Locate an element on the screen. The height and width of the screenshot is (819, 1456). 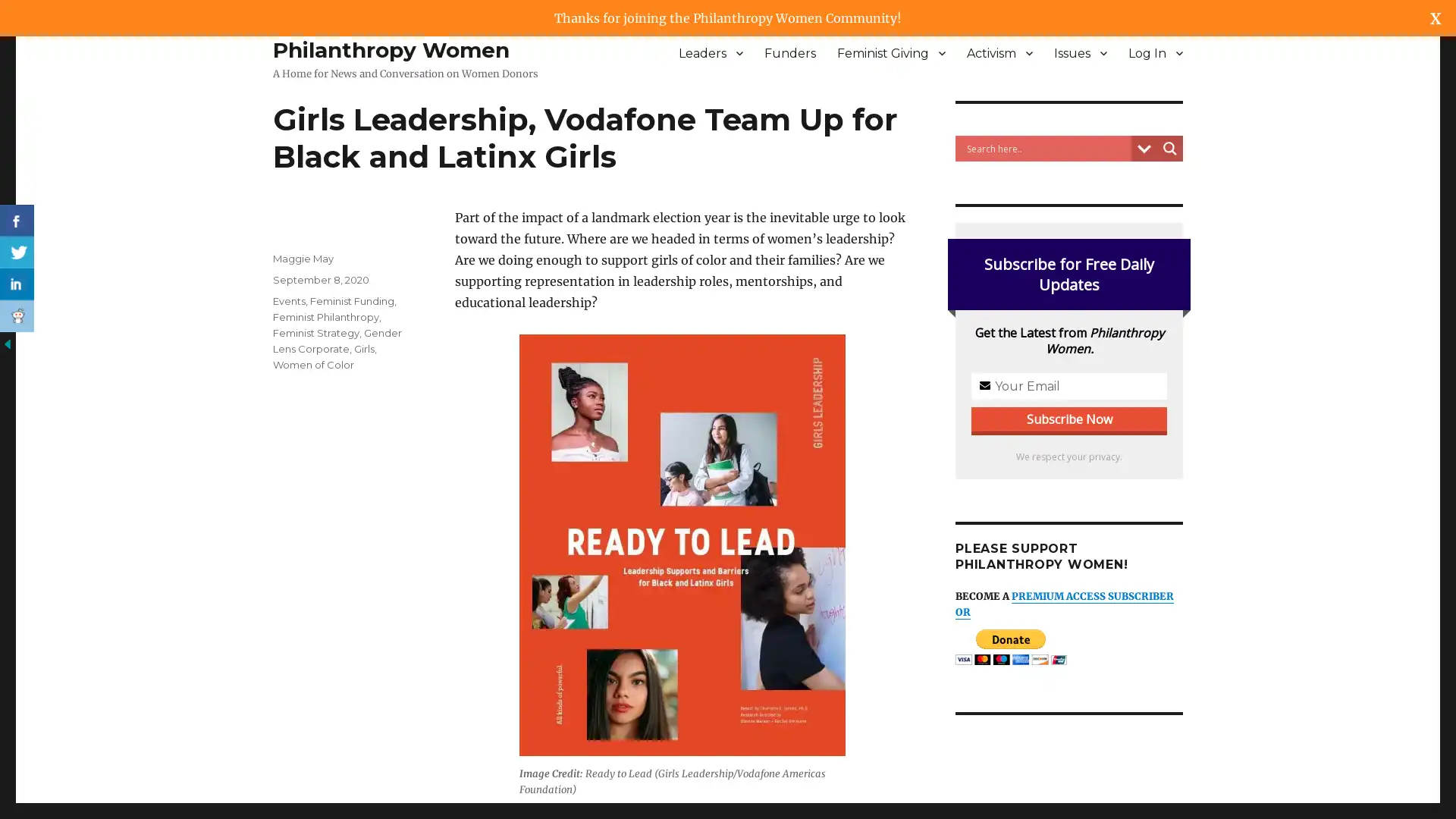
Subscribe Now is located at coordinates (728, 438).